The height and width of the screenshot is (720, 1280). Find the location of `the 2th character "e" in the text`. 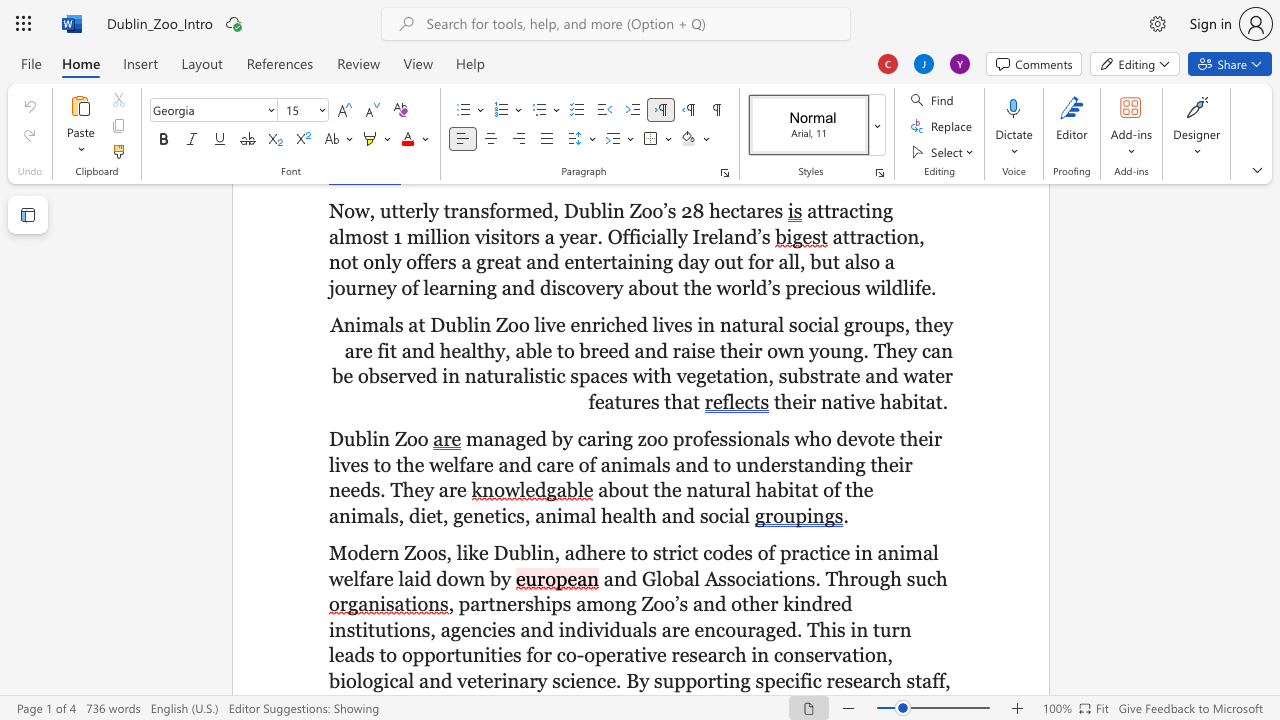

the 2th character "e" in the text is located at coordinates (868, 490).